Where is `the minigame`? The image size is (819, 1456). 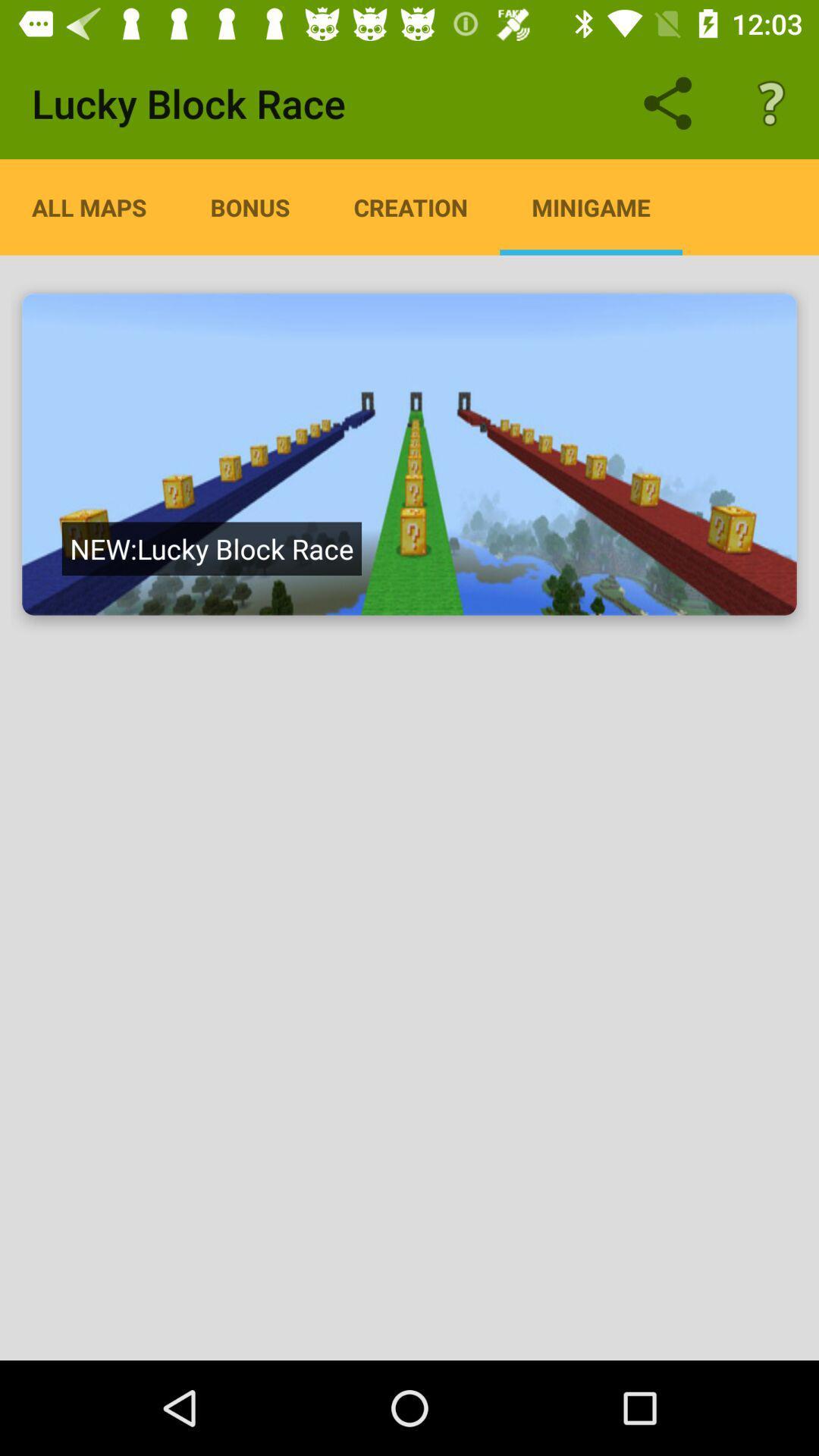 the minigame is located at coordinates (590, 206).